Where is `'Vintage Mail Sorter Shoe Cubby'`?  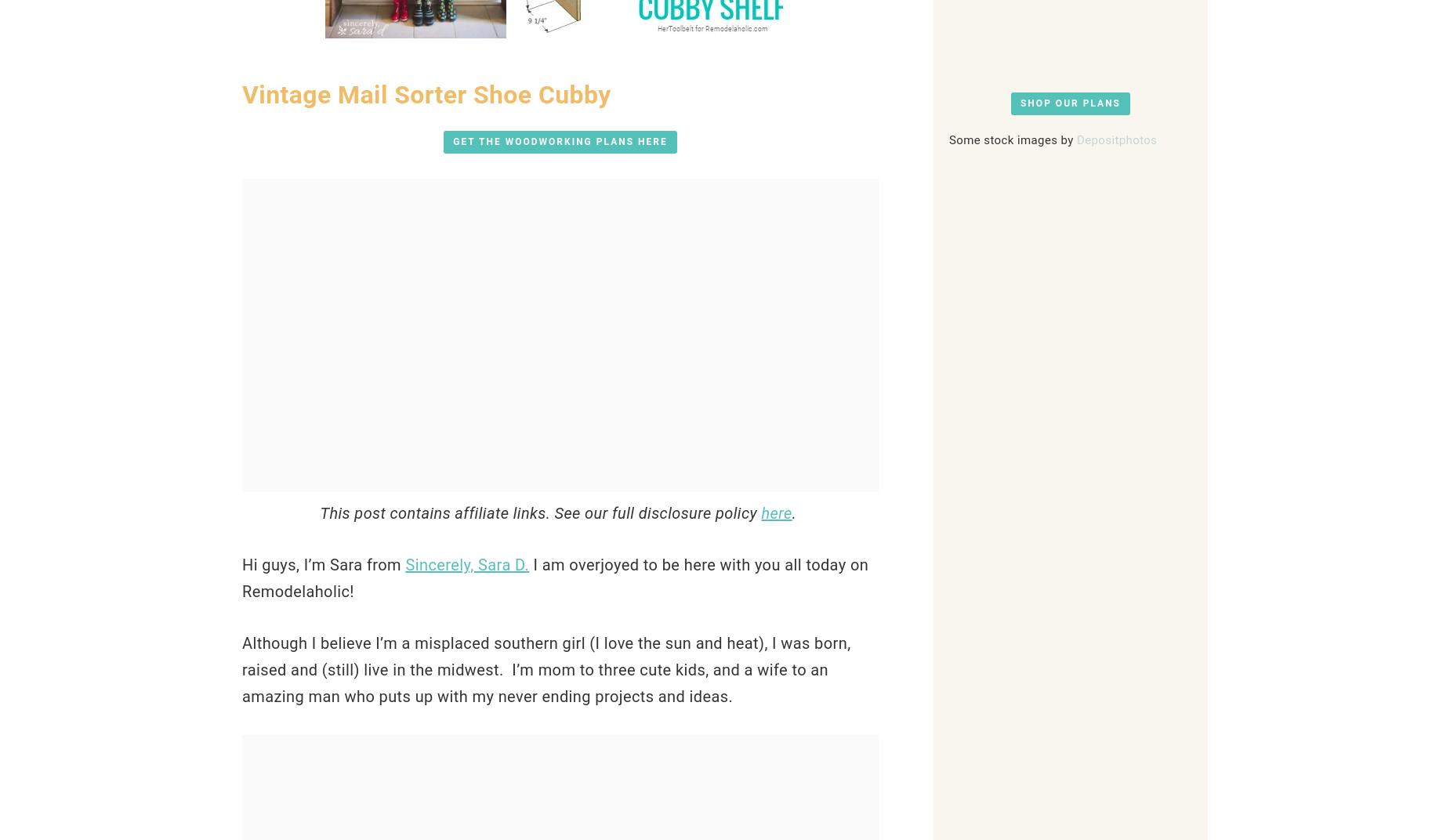 'Vintage Mail Sorter Shoe Cubby' is located at coordinates (426, 95).